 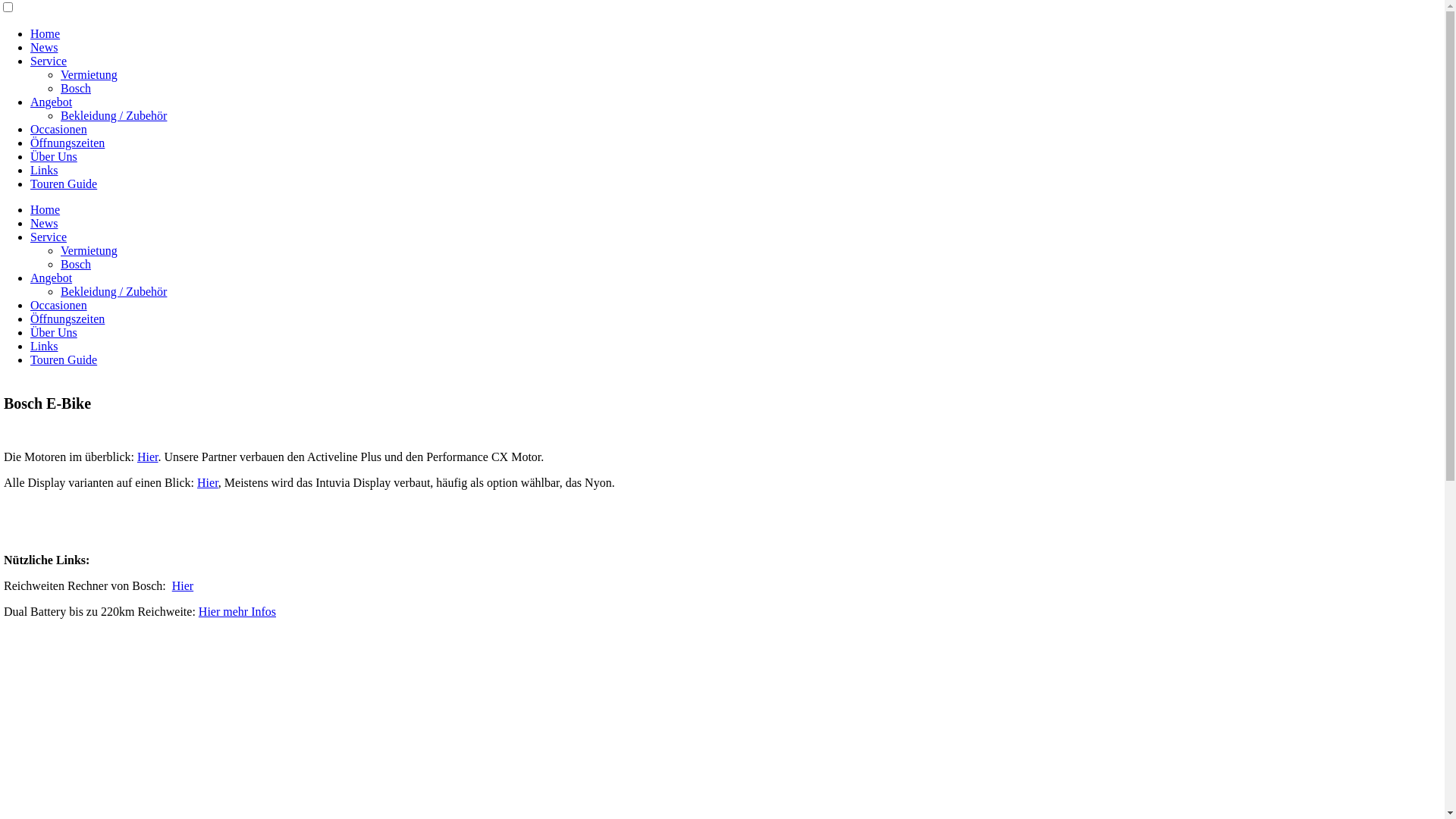 What do you see at coordinates (75, 263) in the screenshot?
I see `'Bosch'` at bounding box center [75, 263].